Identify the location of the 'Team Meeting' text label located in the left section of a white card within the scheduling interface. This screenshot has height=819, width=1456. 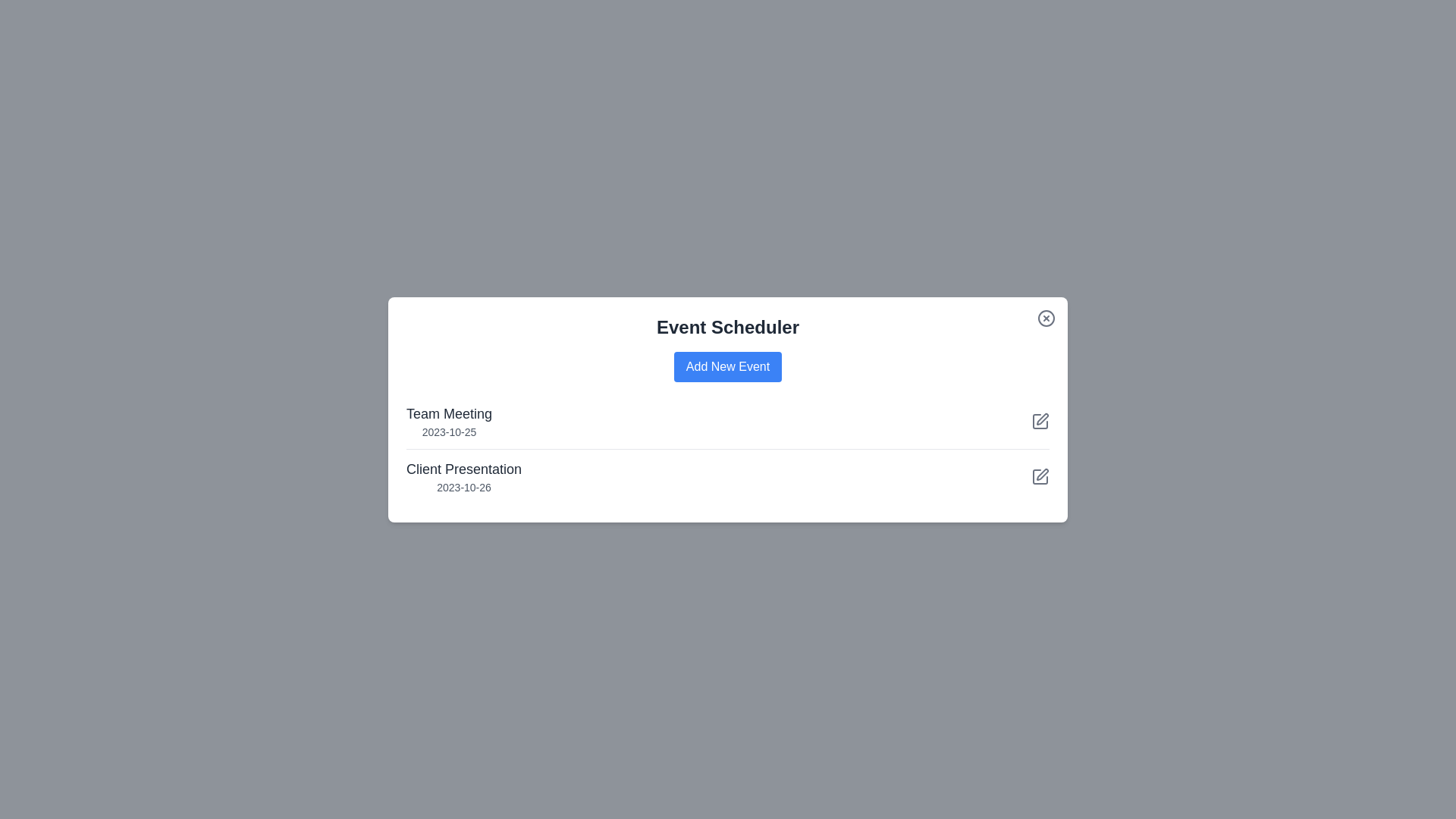
(448, 413).